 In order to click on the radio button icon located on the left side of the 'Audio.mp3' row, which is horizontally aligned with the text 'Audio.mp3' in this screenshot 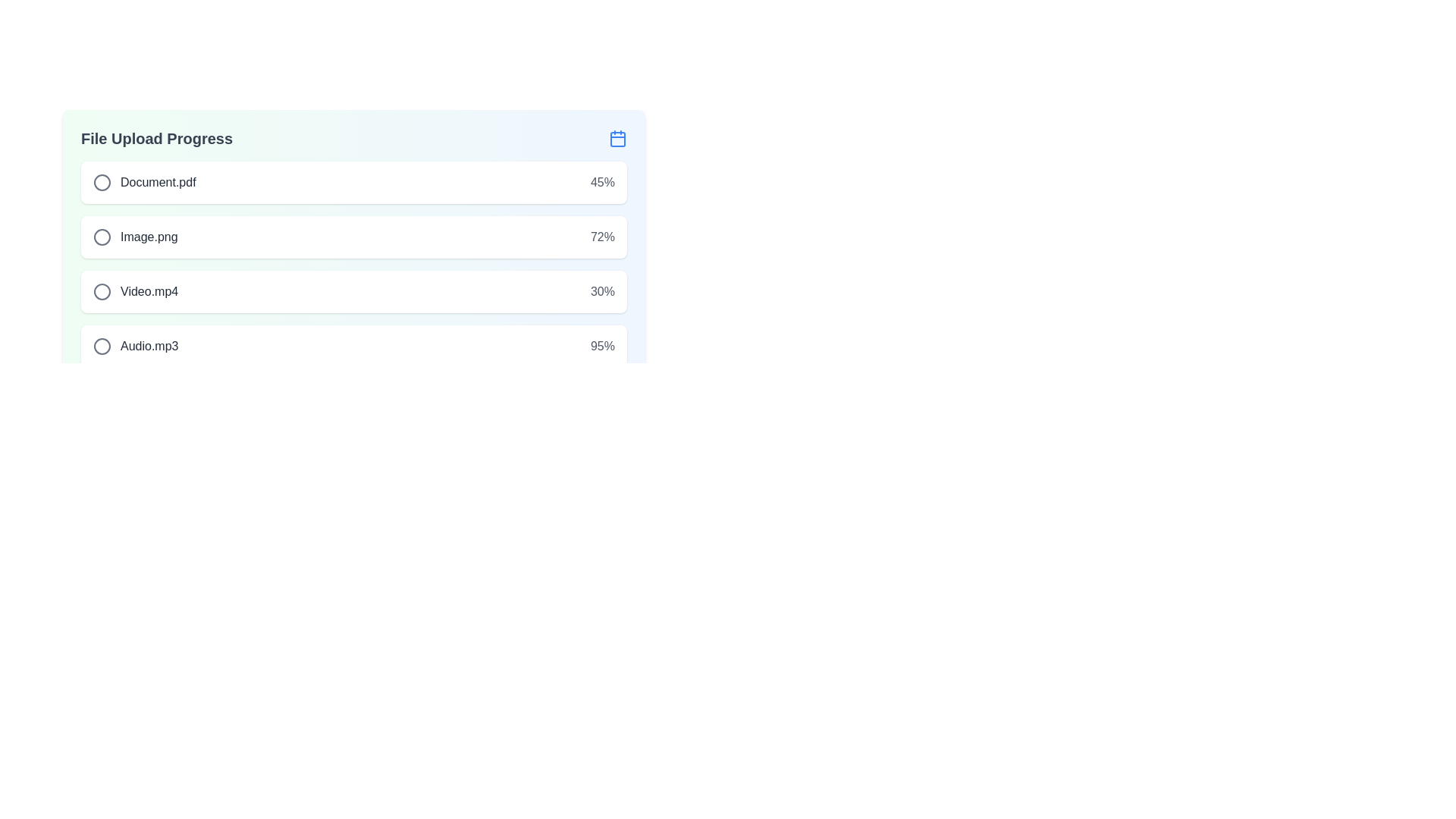, I will do `click(101, 346)`.